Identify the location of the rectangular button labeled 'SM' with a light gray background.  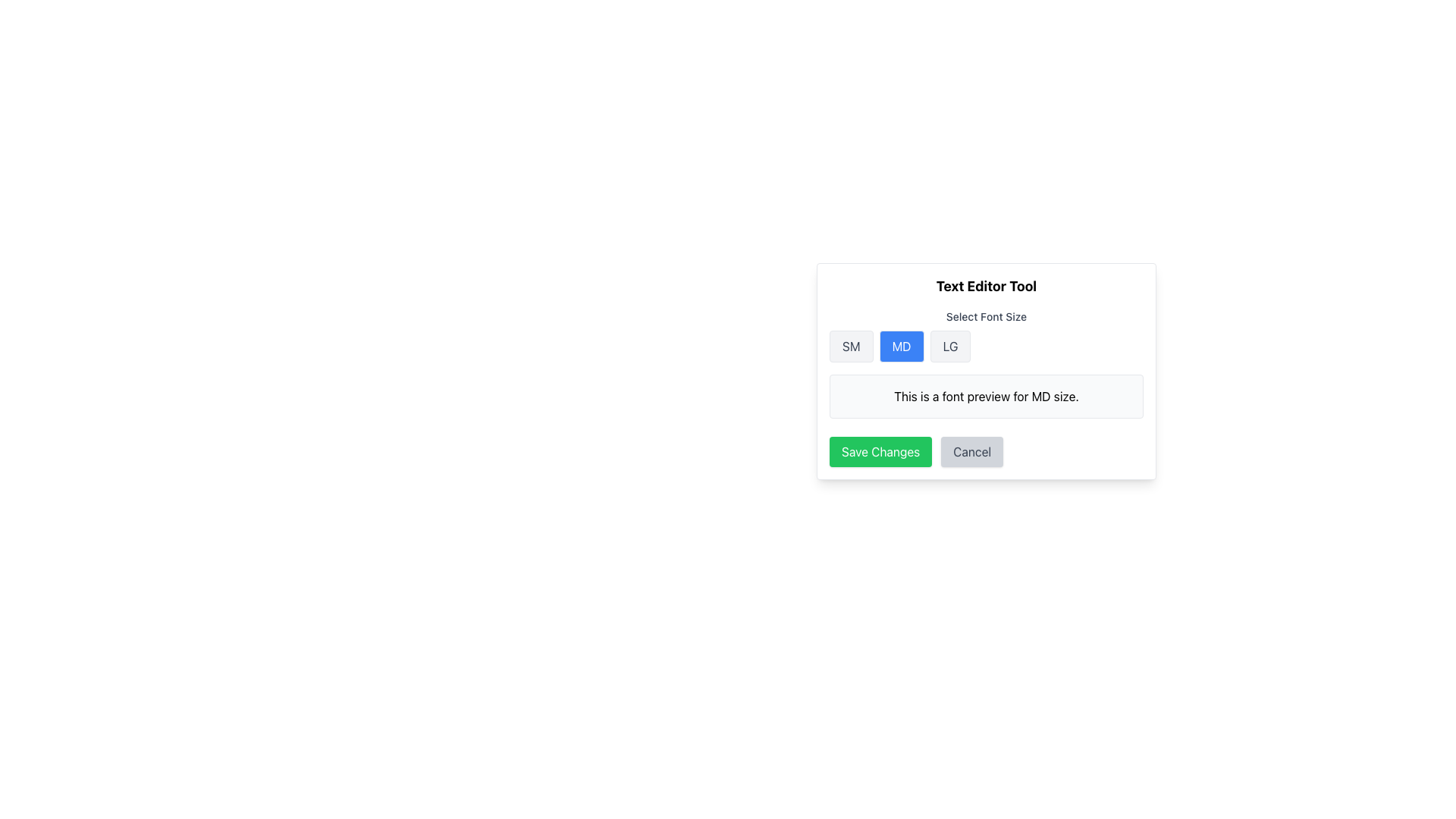
(851, 346).